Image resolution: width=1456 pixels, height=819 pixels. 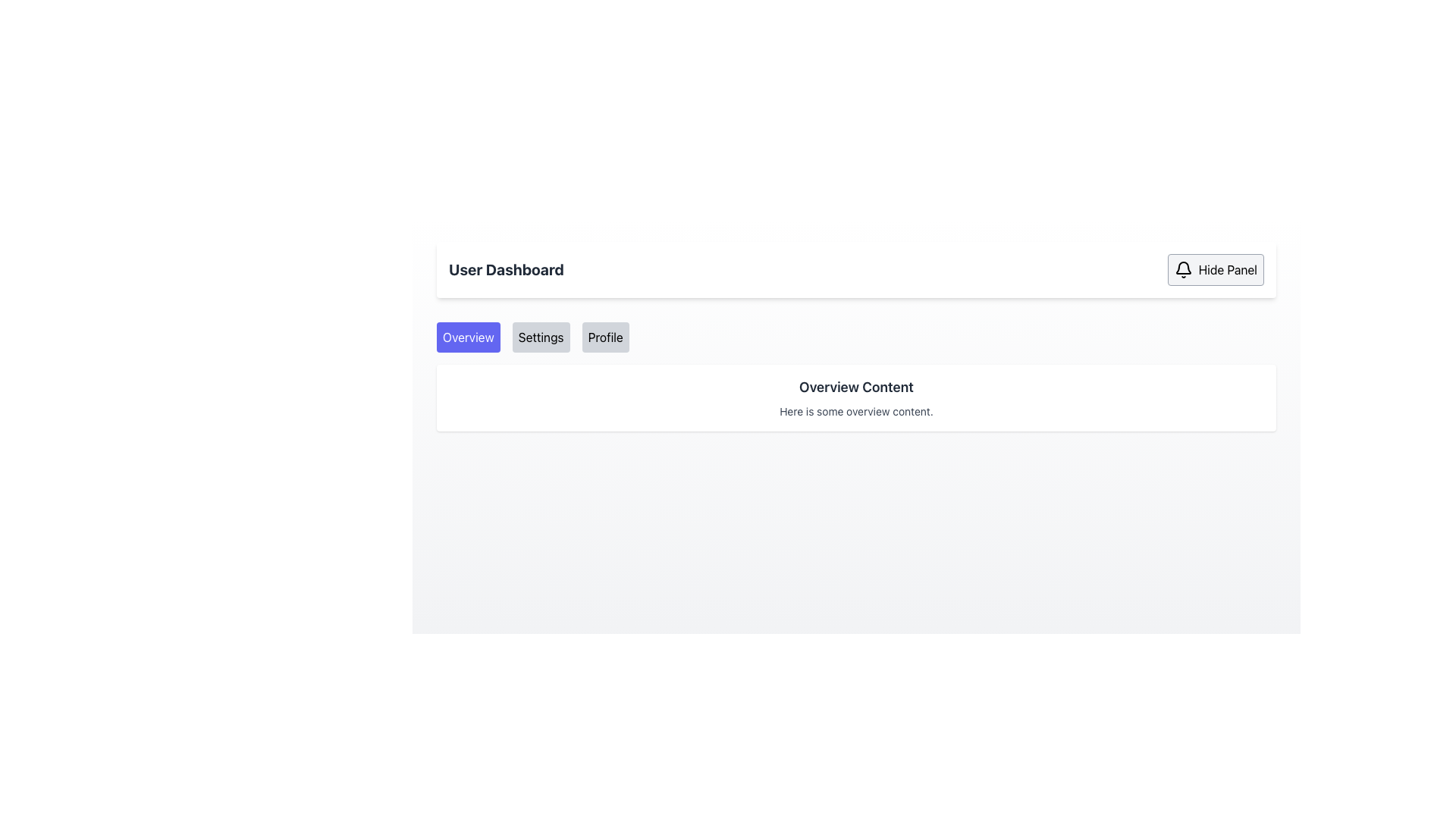 What do you see at coordinates (467, 336) in the screenshot?
I see `the keyboard interaction on the 'Overview' button` at bounding box center [467, 336].